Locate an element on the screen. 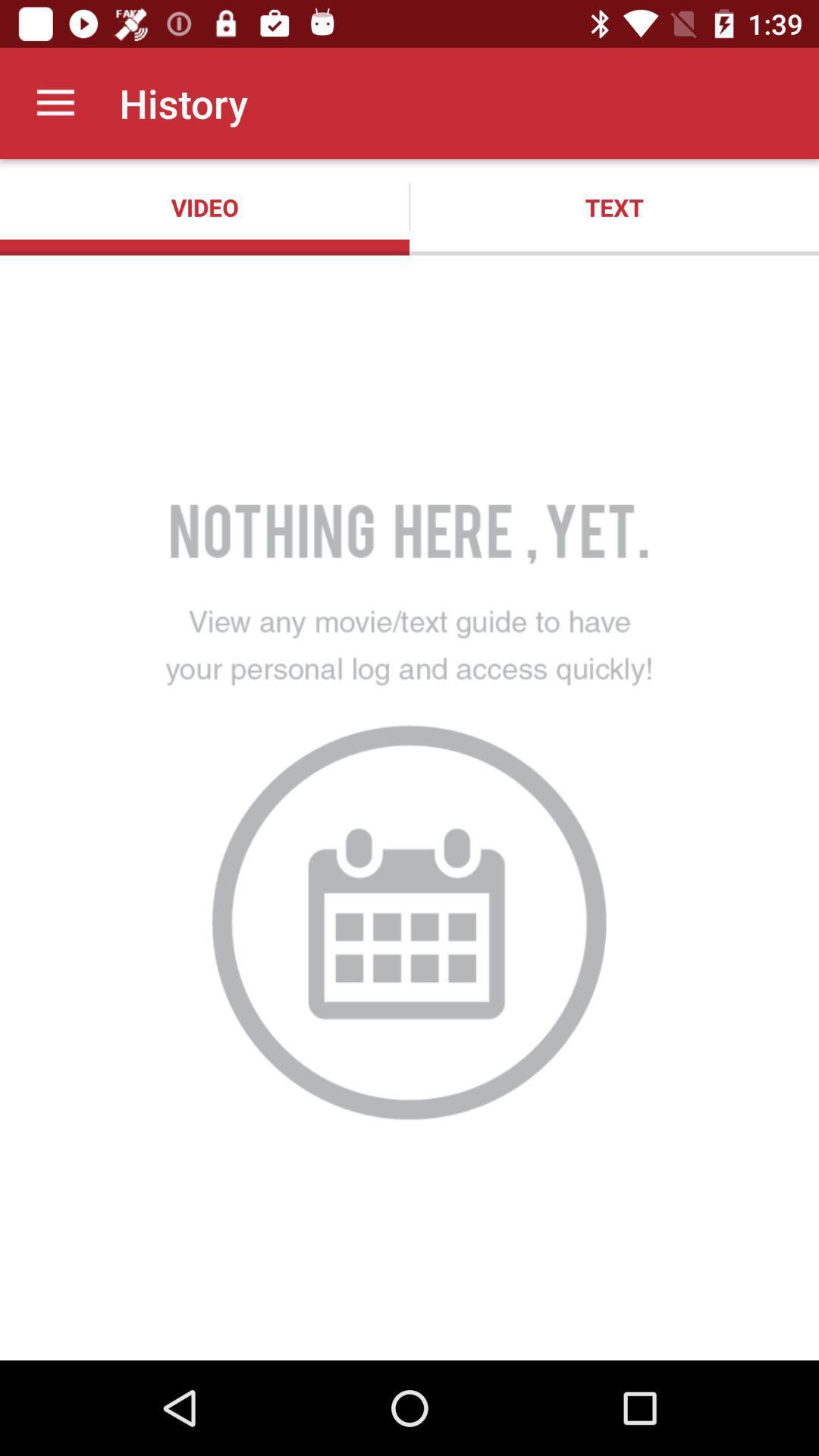  text is located at coordinates (614, 206).